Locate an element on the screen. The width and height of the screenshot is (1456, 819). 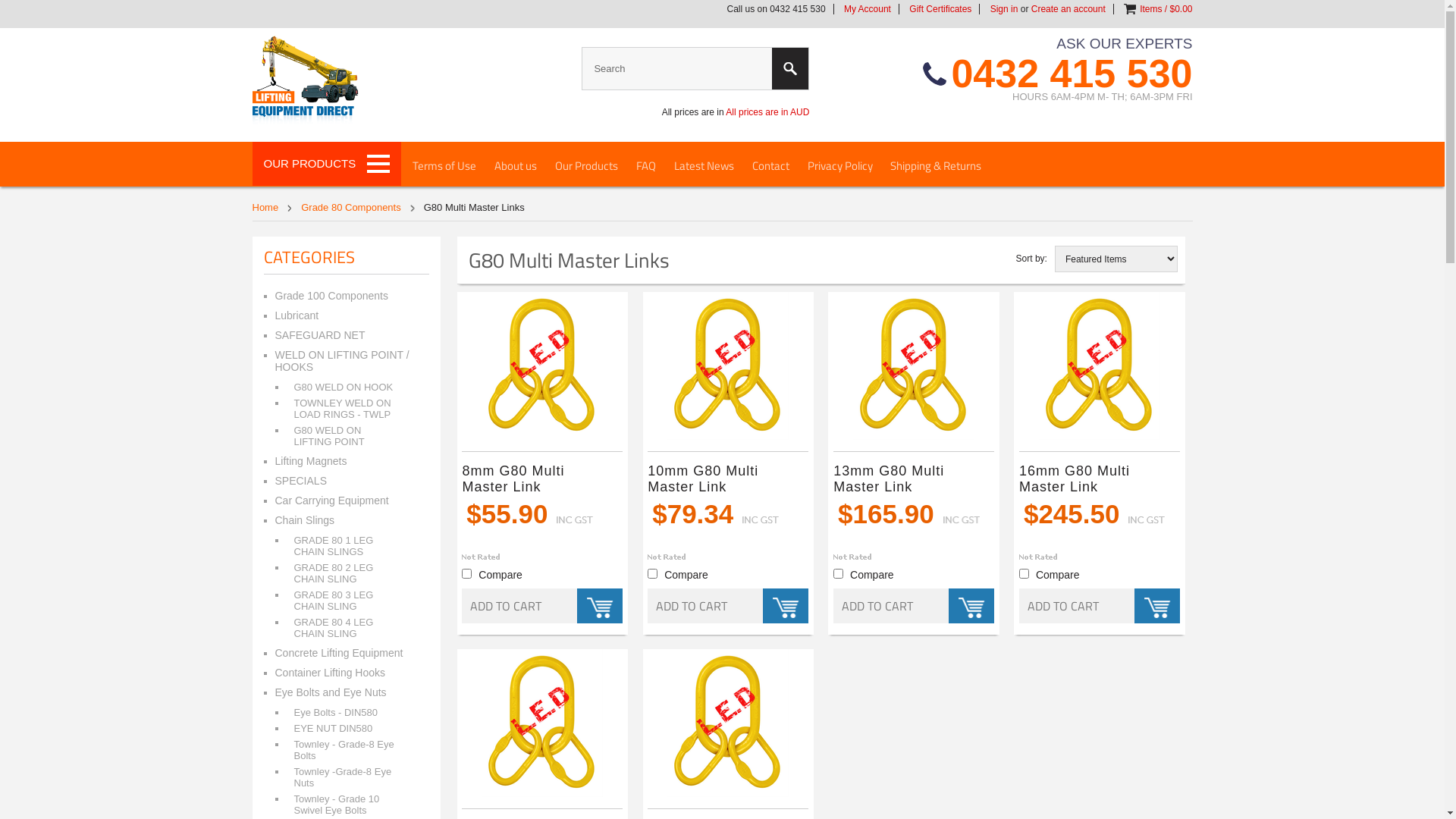
'Privacy Policy' is located at coordinates (839, 165).